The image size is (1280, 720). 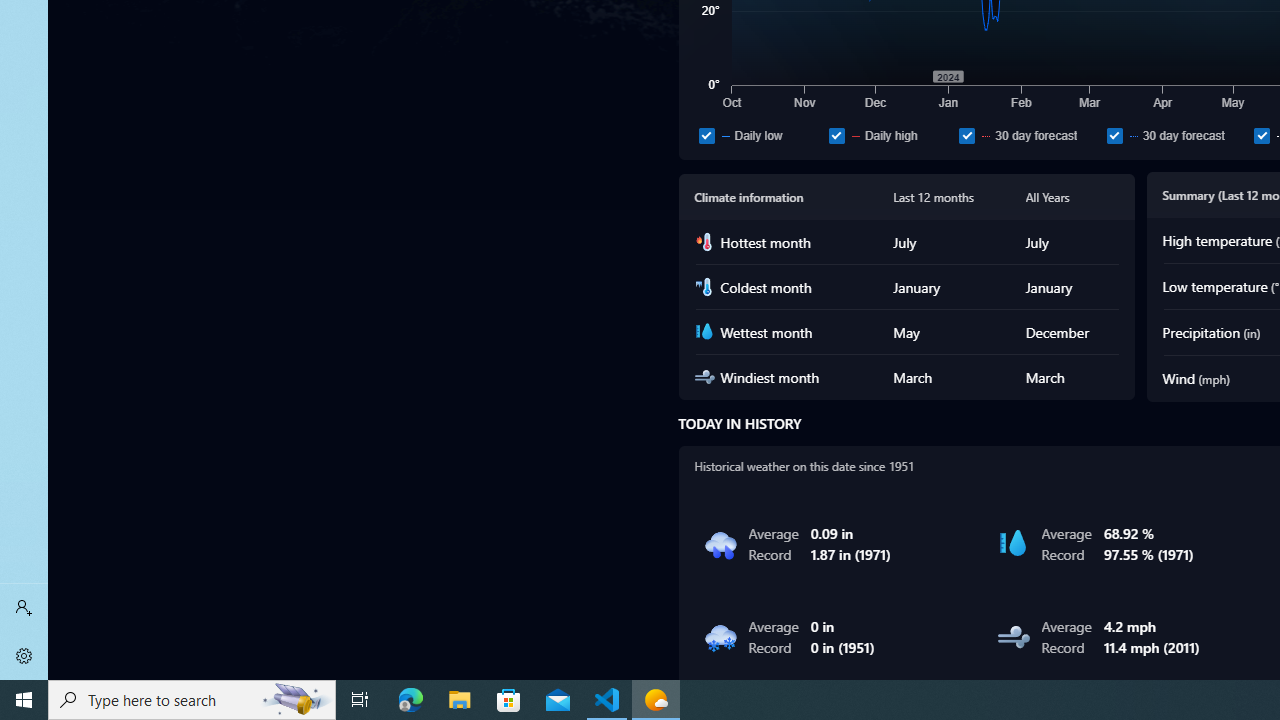 What do you see at coordinates (24, 655) in the screenshot?
I see `'Settings'` at bounding box center [24, 655].